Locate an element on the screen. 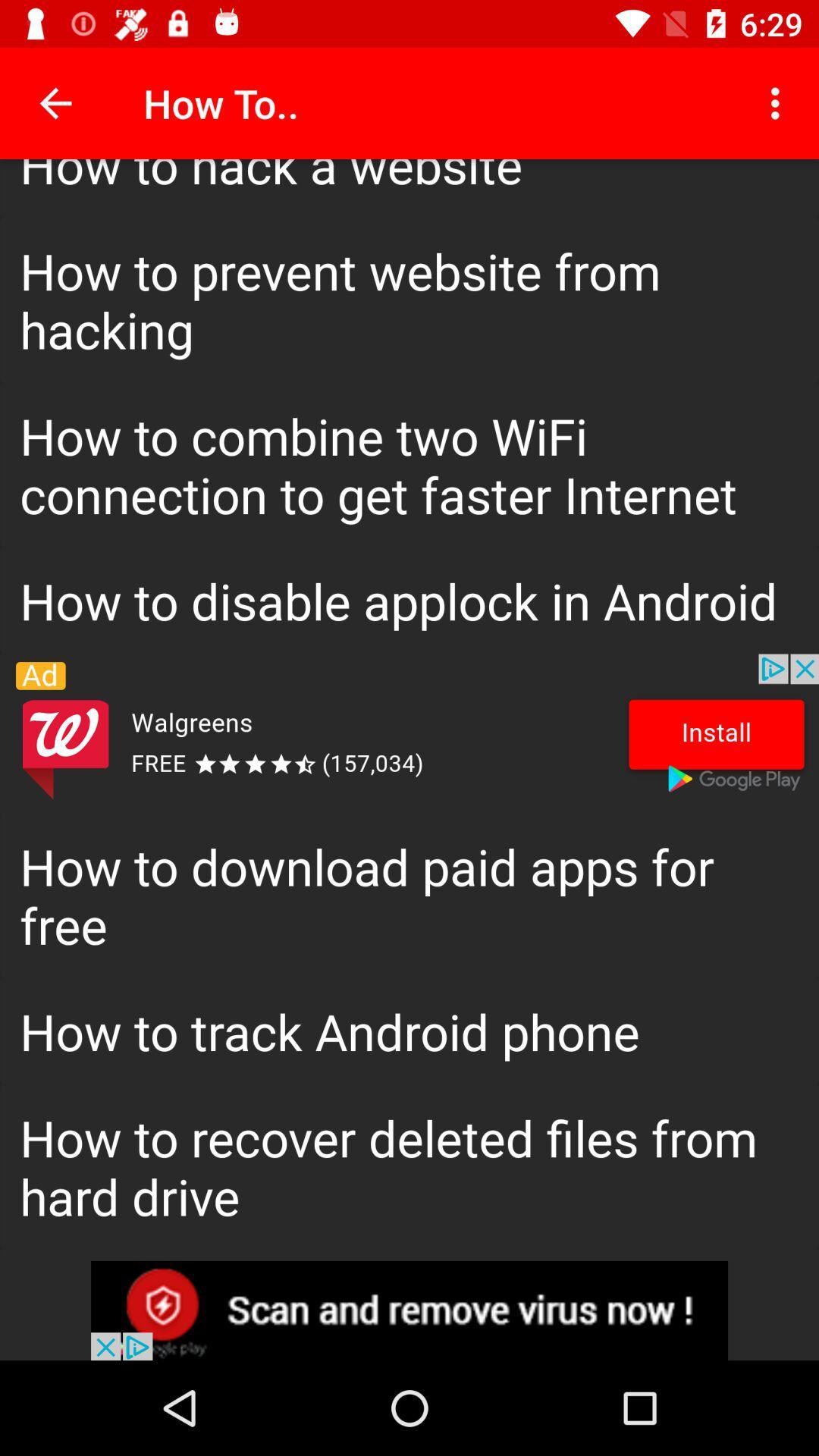  opens a advertisement is located at coordinates (409, 1310).